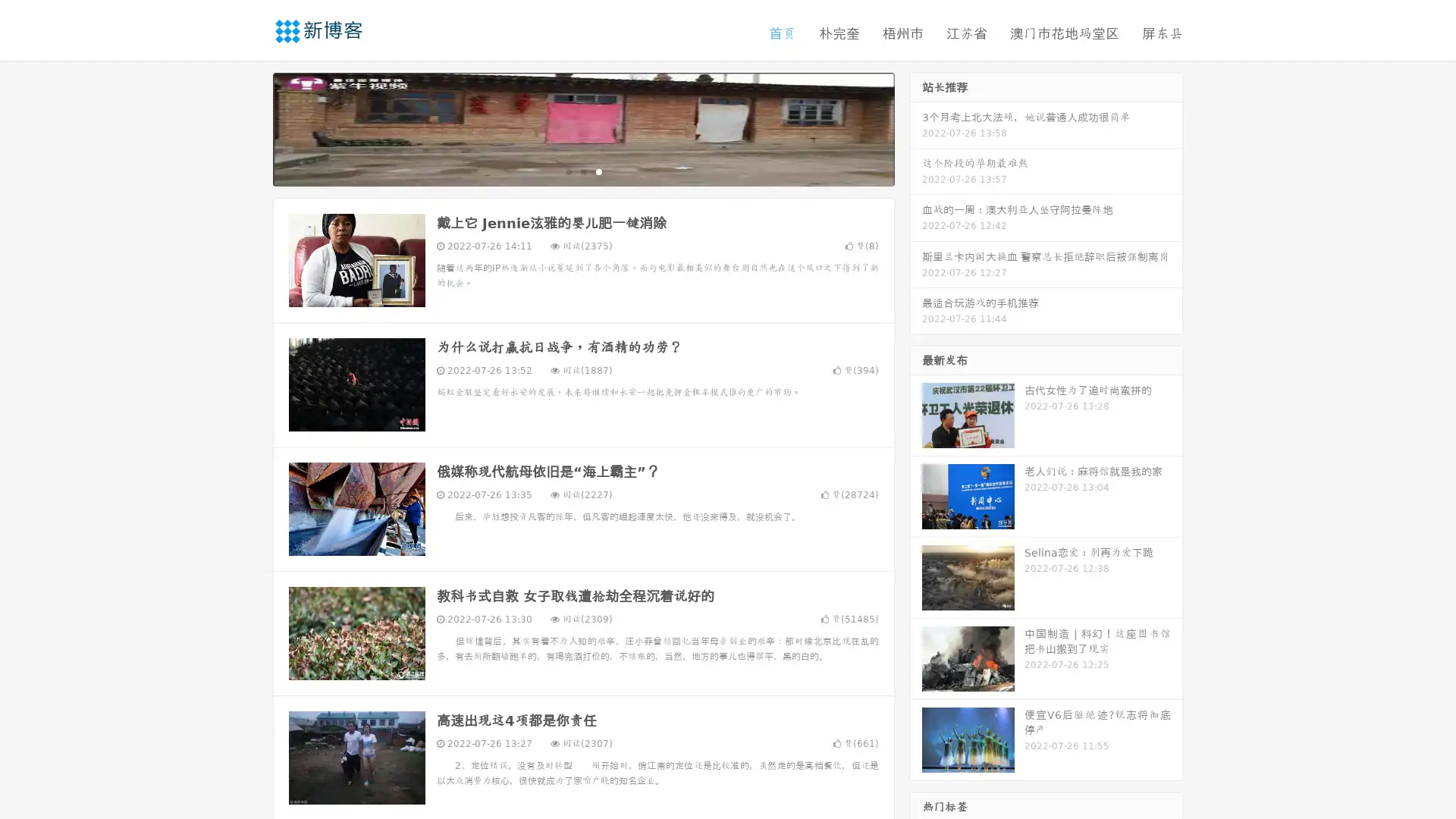  What do you see at coordinates (598, 171) in the screenshot?
I see `Go to slide 3` at bounding box center [598, 171].